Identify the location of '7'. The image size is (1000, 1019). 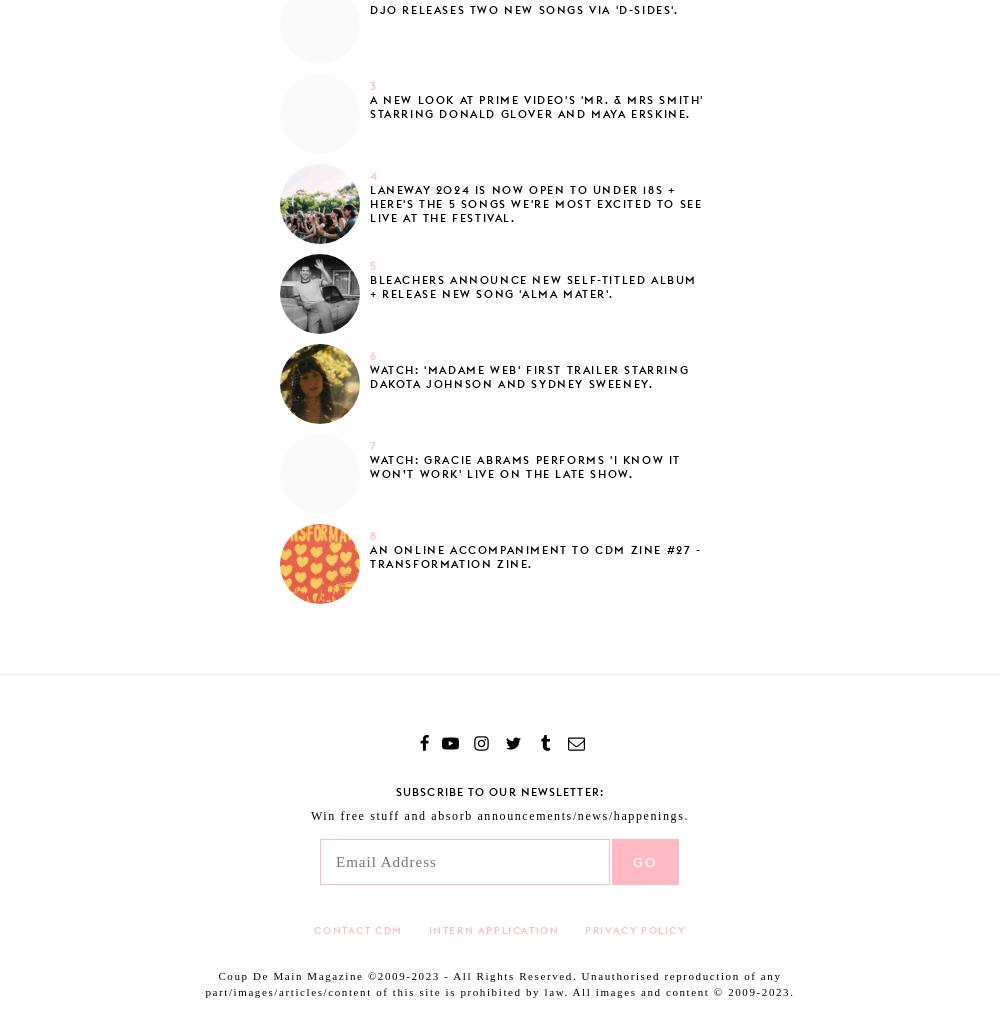
(372, 446).